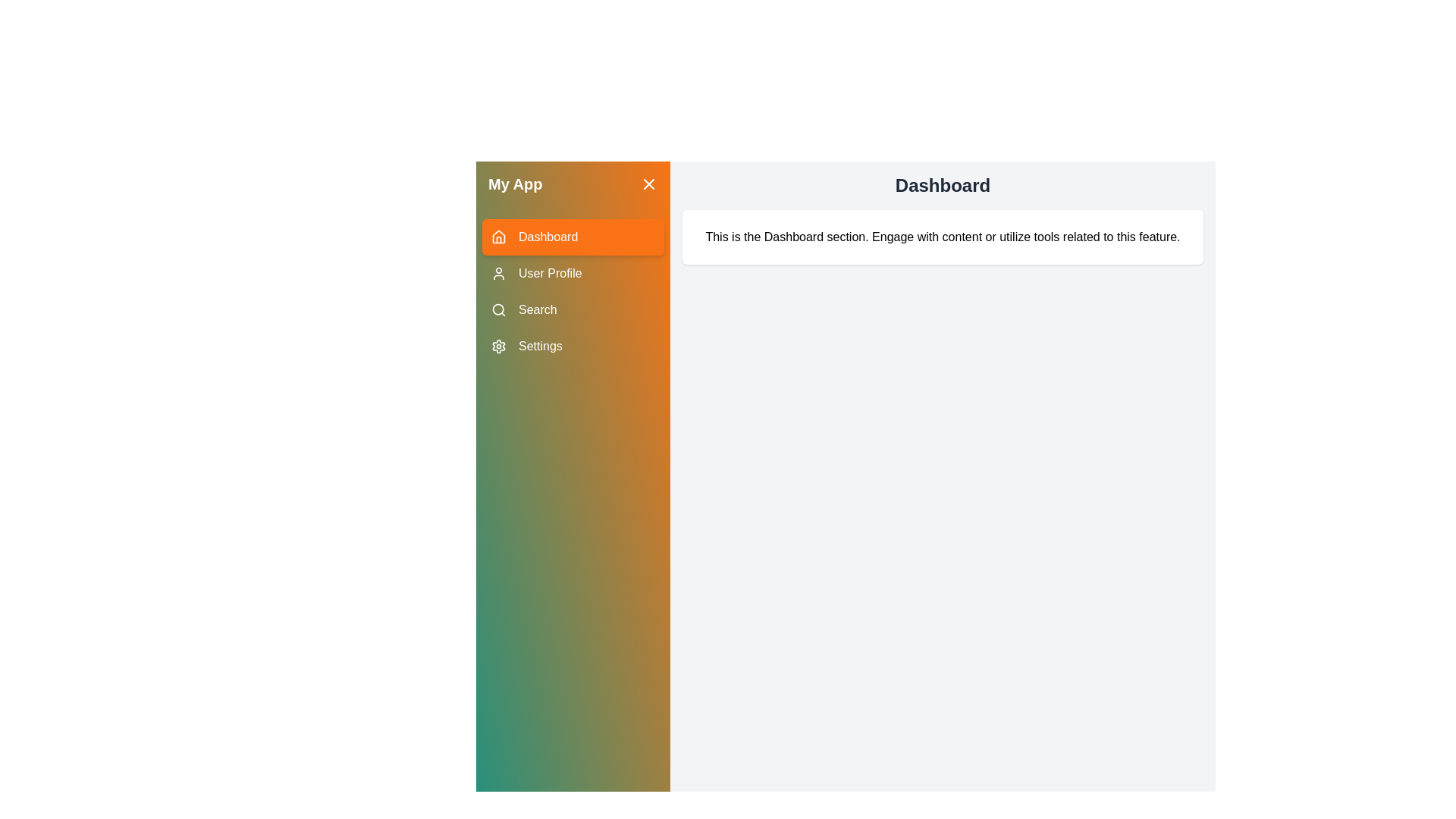 The image size is (1456, 819). Describe the element at coordinates (572, 237) in the screenshot. I see `the menu item labeled Dashboard to change the active section` at that location.